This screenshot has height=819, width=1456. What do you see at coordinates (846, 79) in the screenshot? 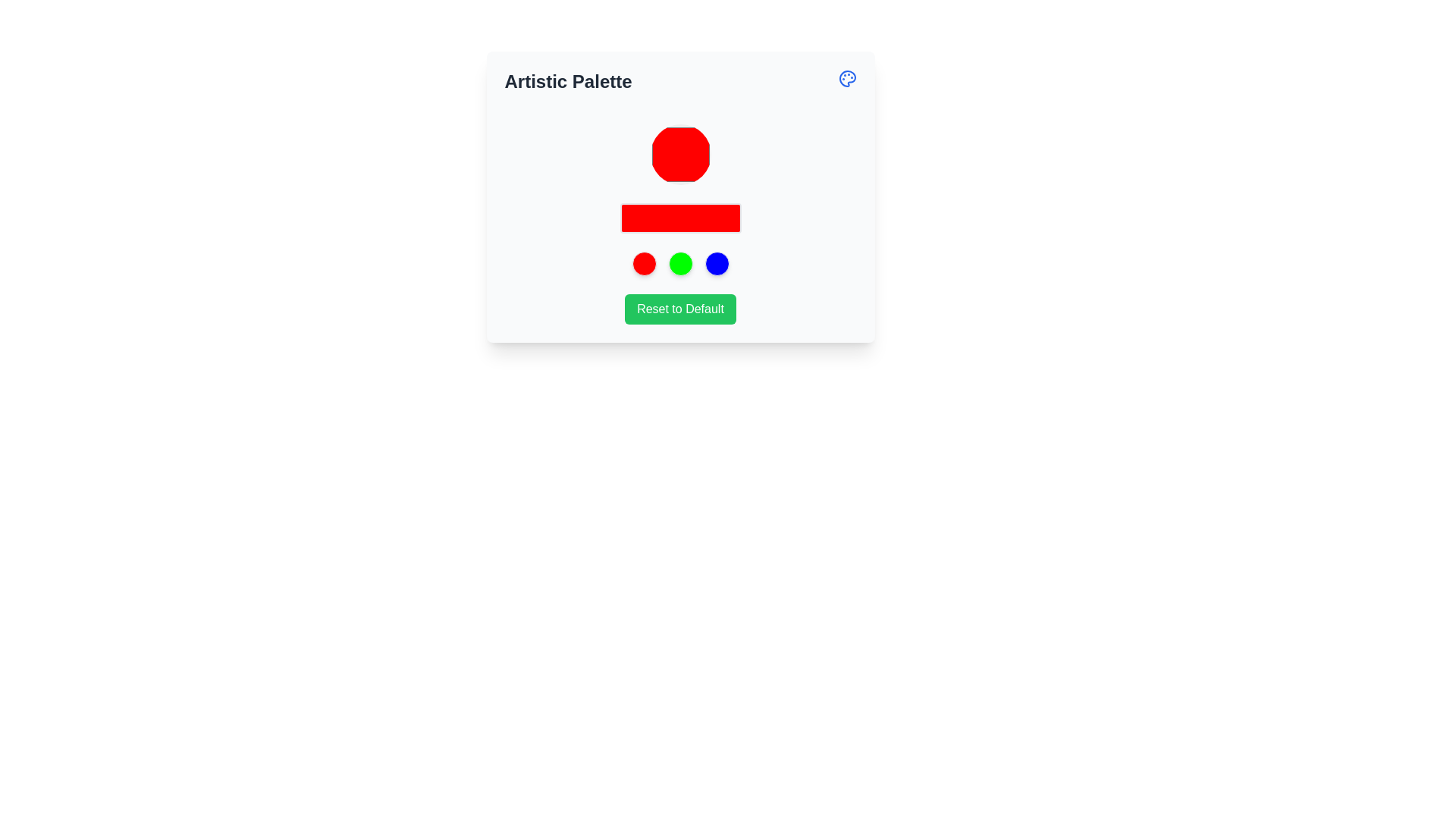
I see `the decorative SVG icon resembling a painter's palette located in the top-right corner of the card displaying 'Artistic Palette'` at bounding box center [846, 79].